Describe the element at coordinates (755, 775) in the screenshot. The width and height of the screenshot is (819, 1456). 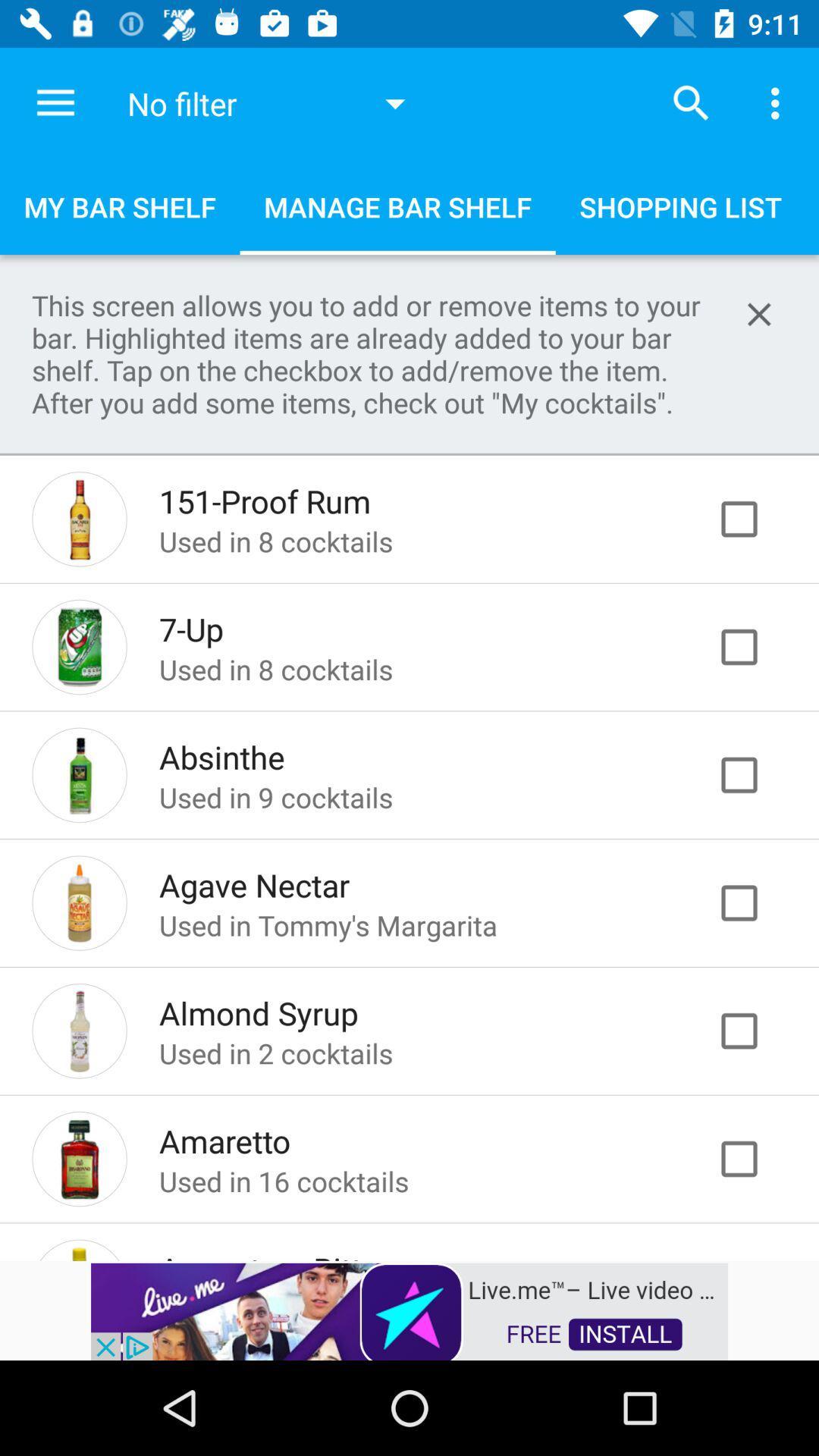
I see `click box` at that location.